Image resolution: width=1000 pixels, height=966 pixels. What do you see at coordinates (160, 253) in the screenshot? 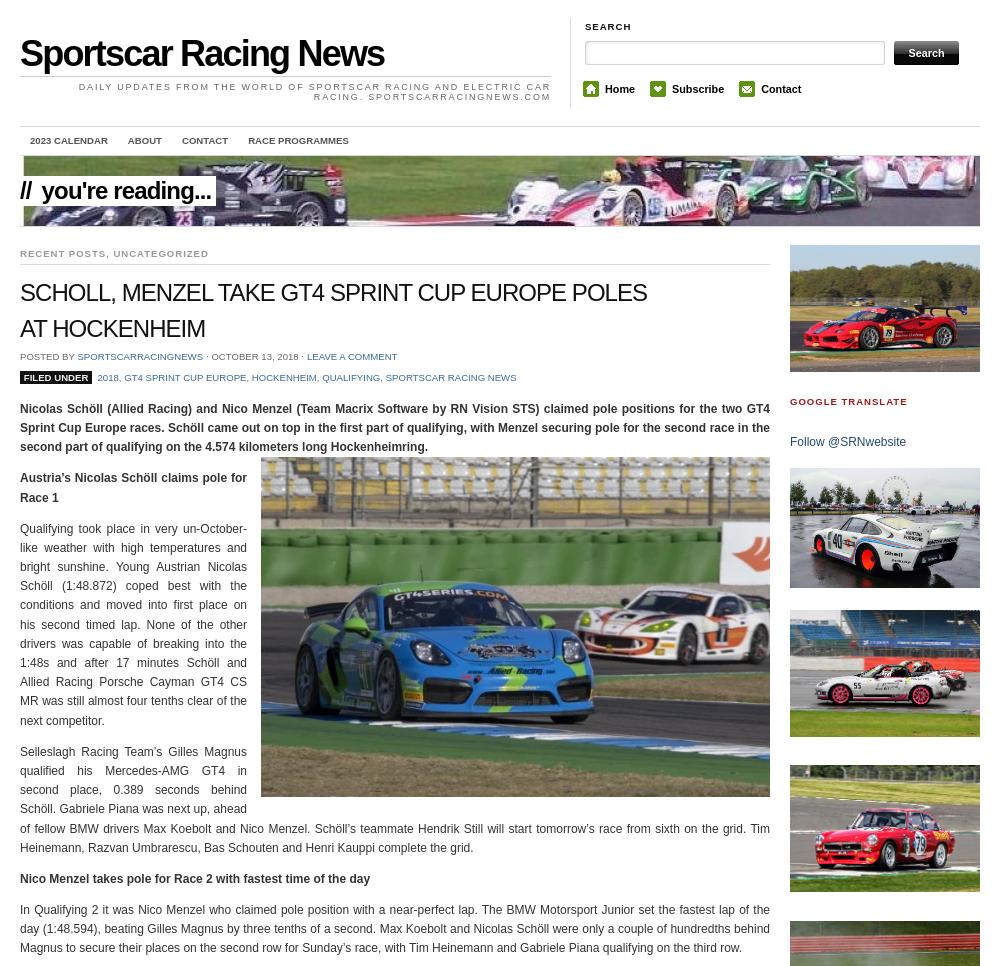
I see `'Uncategorized'` at bounding box center [160, 253].